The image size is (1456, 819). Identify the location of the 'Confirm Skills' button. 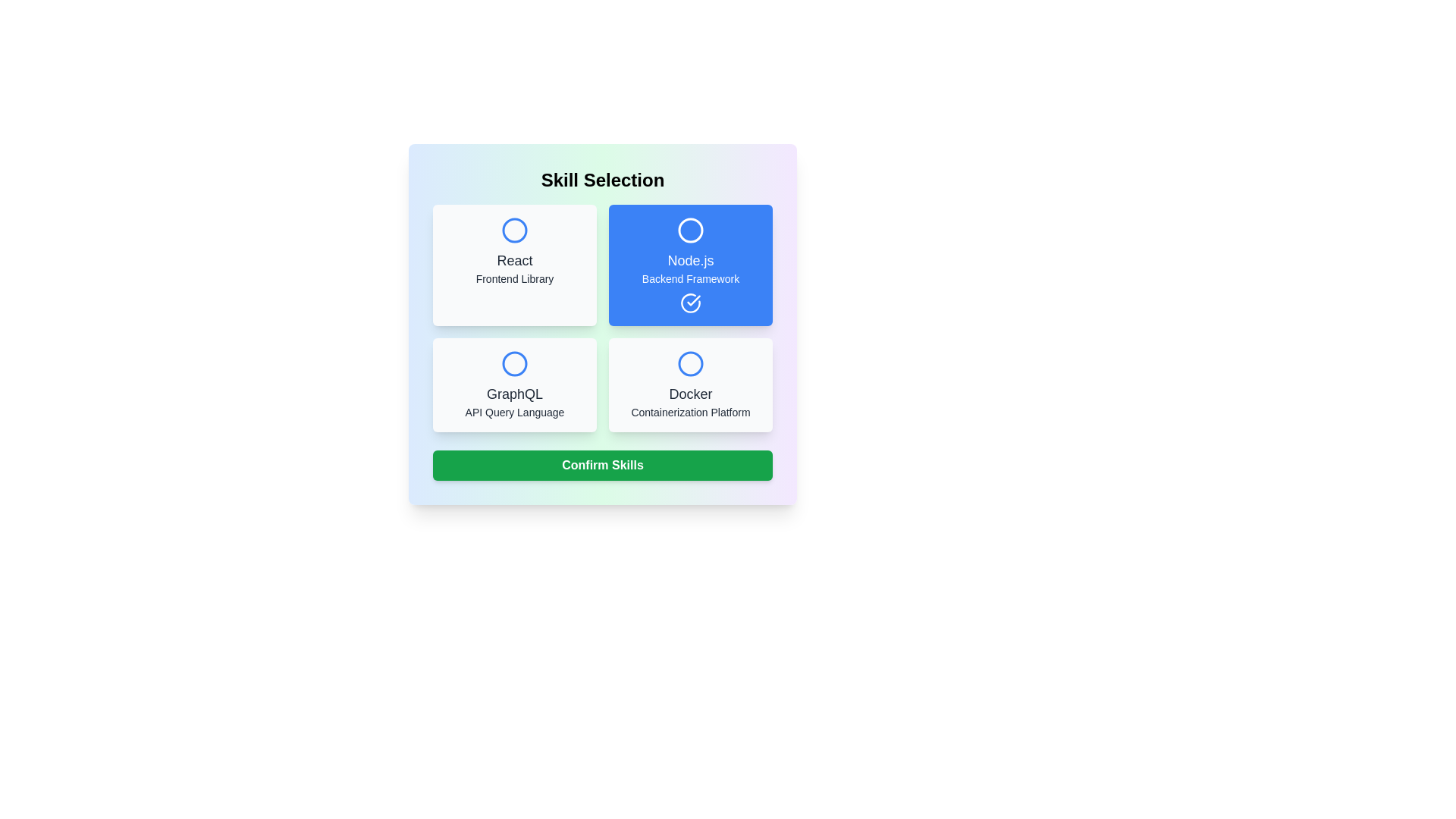
(602, 464).